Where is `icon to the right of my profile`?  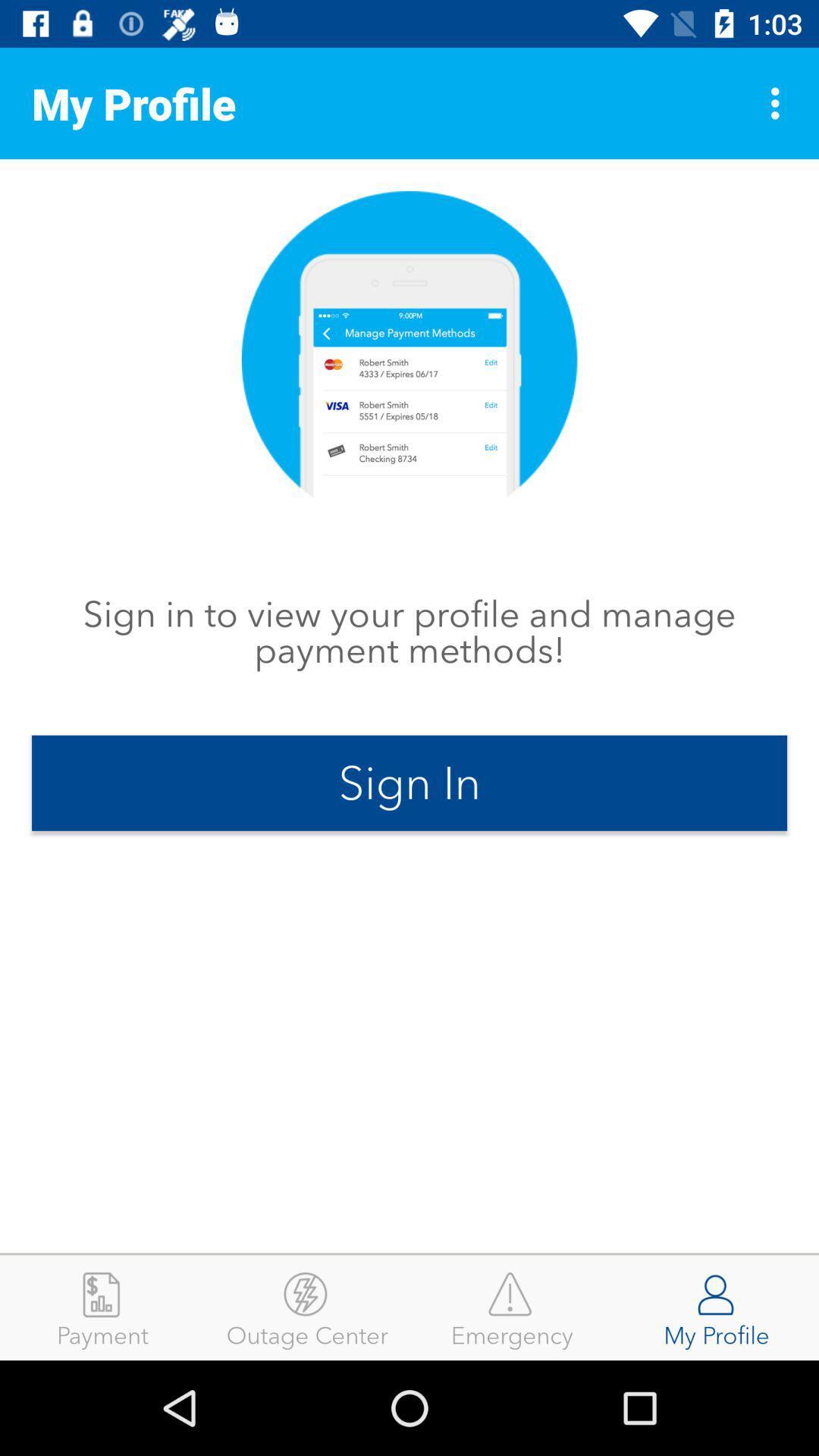 icon to the right of my profile is located at coordinates (779, 102).